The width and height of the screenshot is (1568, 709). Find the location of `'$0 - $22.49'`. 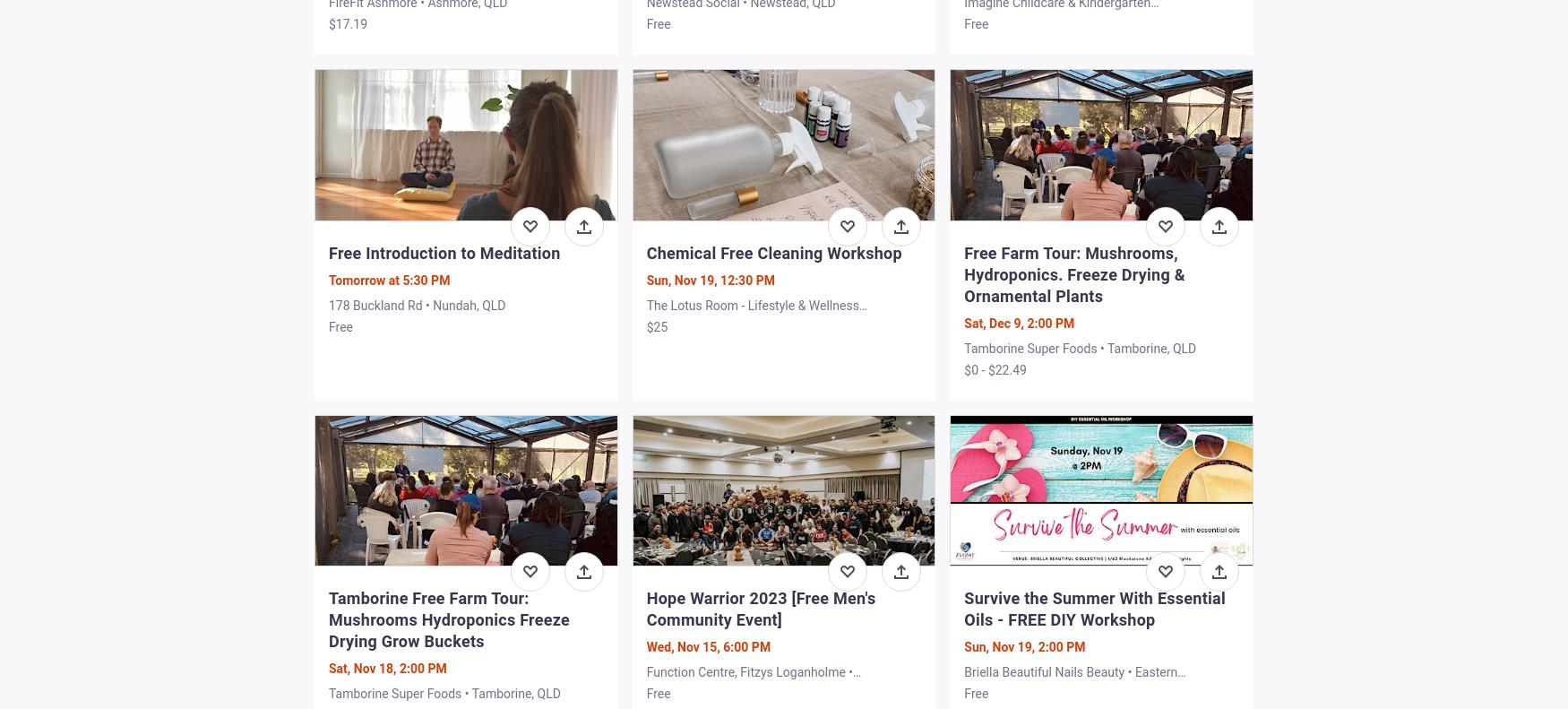

'$0 - $22.49' is located at coordinates (964, 369).